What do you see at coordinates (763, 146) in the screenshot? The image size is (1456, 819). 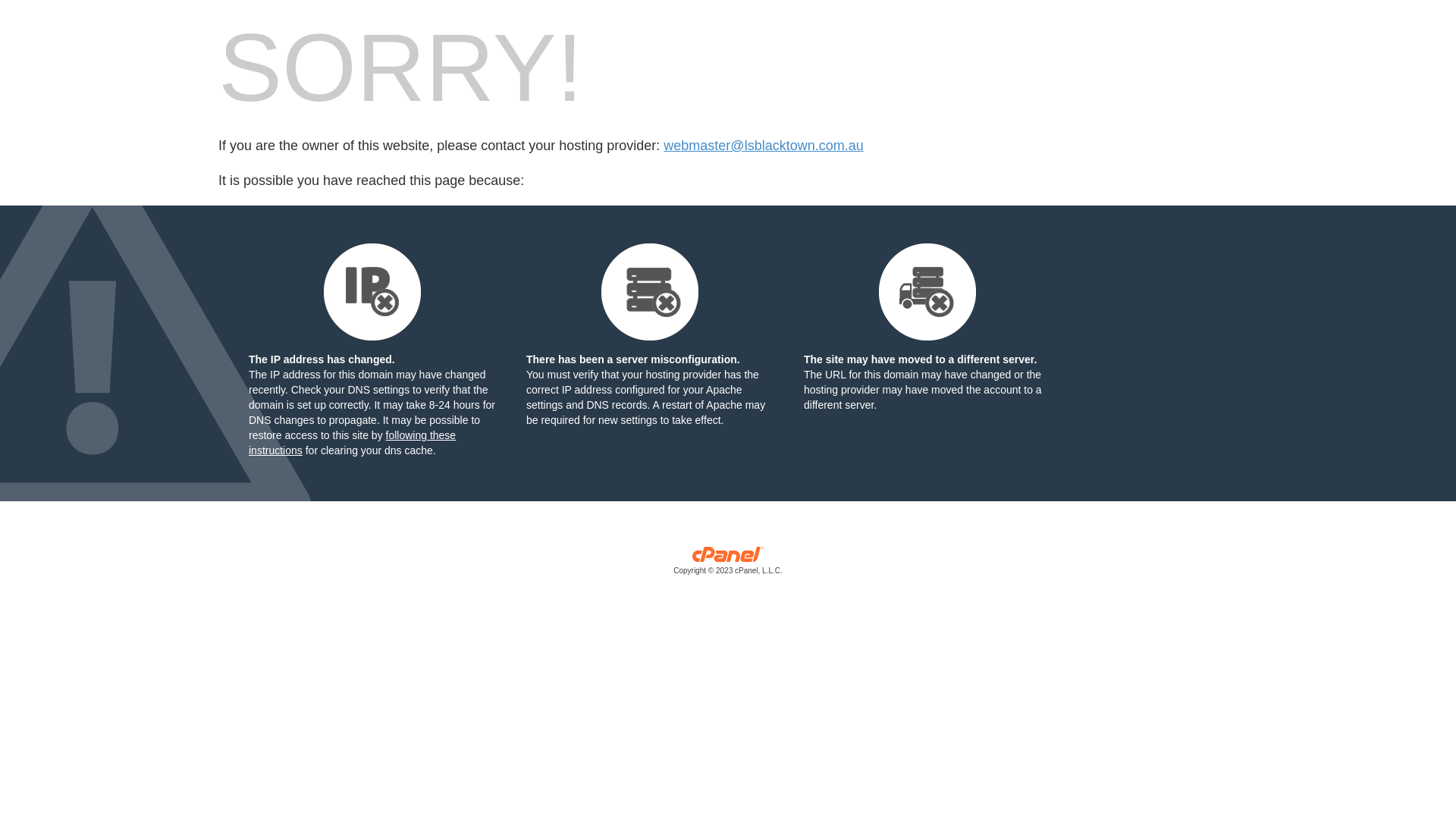 I see `'webmaster@lsblacktown.com.au'` at bounding box center [763, 146].